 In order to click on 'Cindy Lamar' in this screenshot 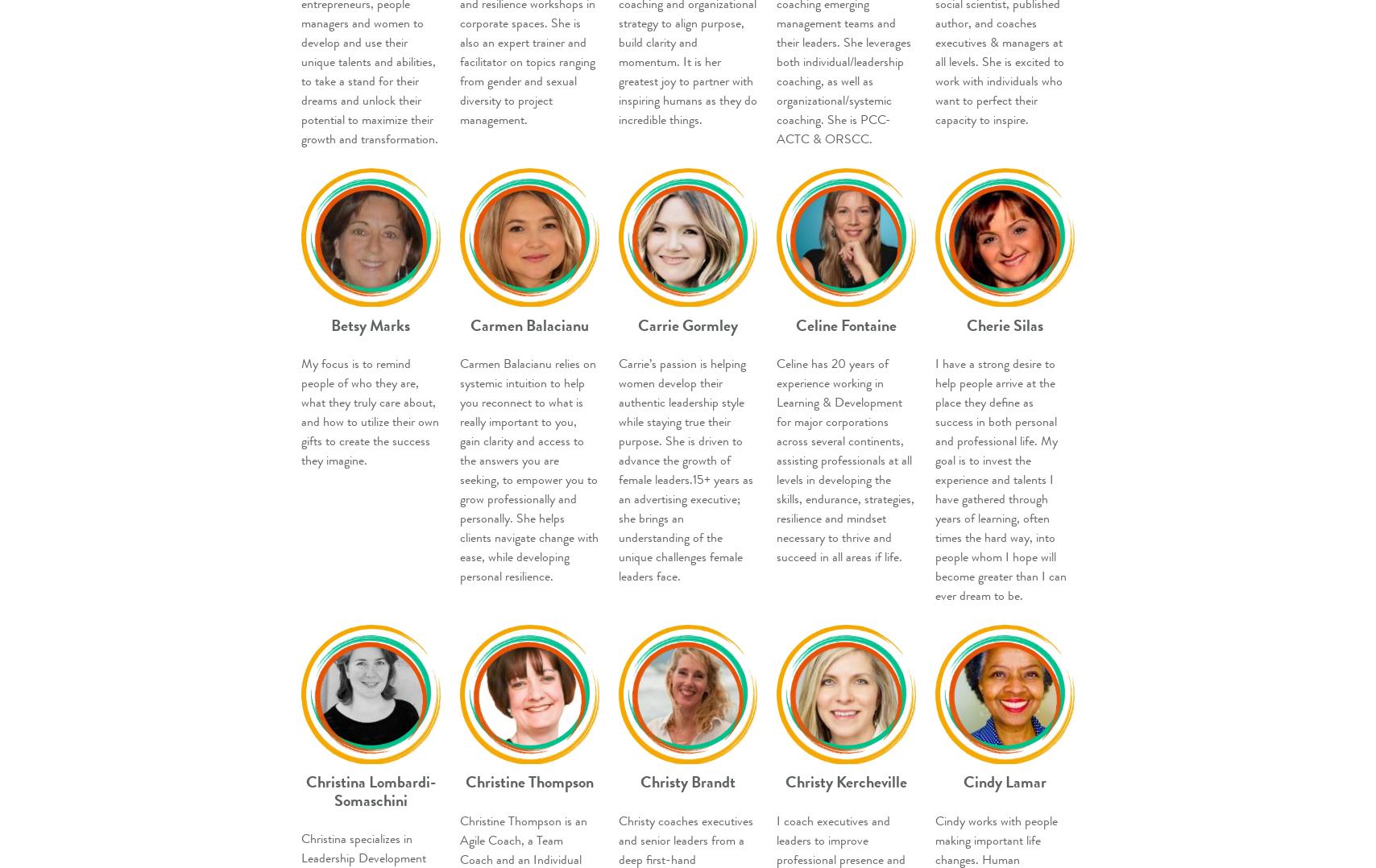, I will do `click(963, 782)`.